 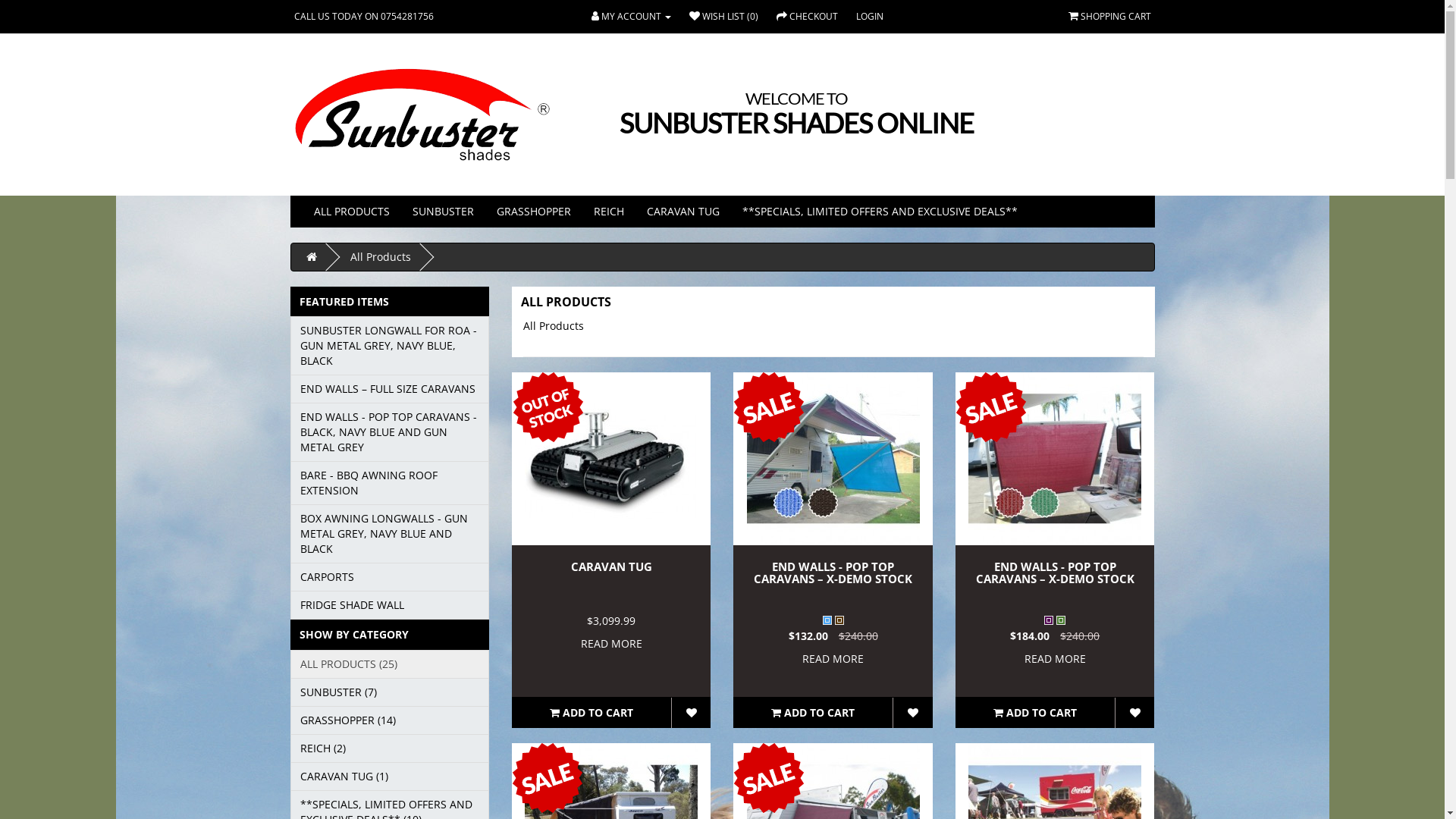 What do you see at coordinates (806, 16) in the screenshot?
I see `'CHECKOUT'` at bounding box center [806, 16].